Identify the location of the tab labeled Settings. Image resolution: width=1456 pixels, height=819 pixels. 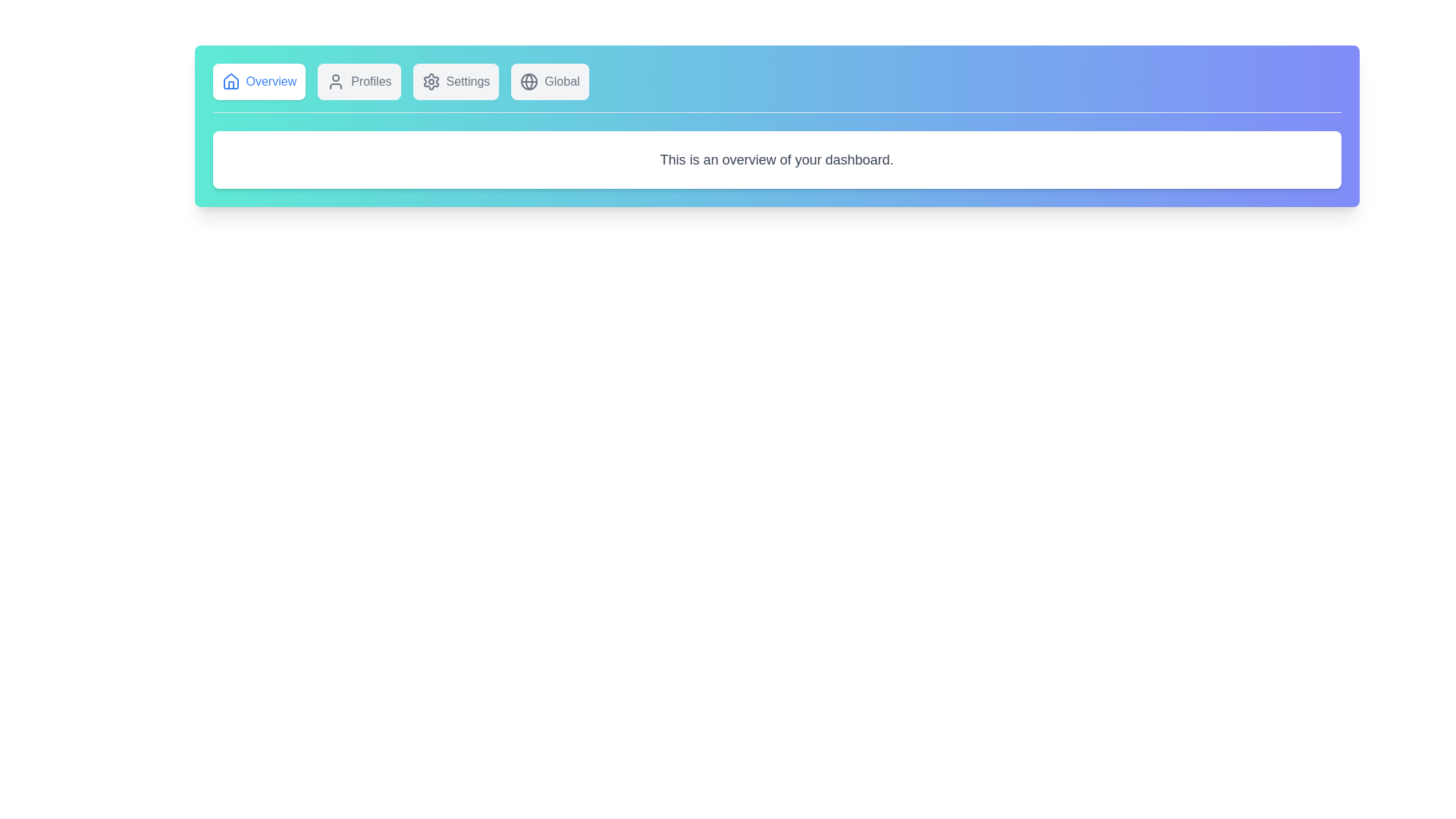
(455, 82).